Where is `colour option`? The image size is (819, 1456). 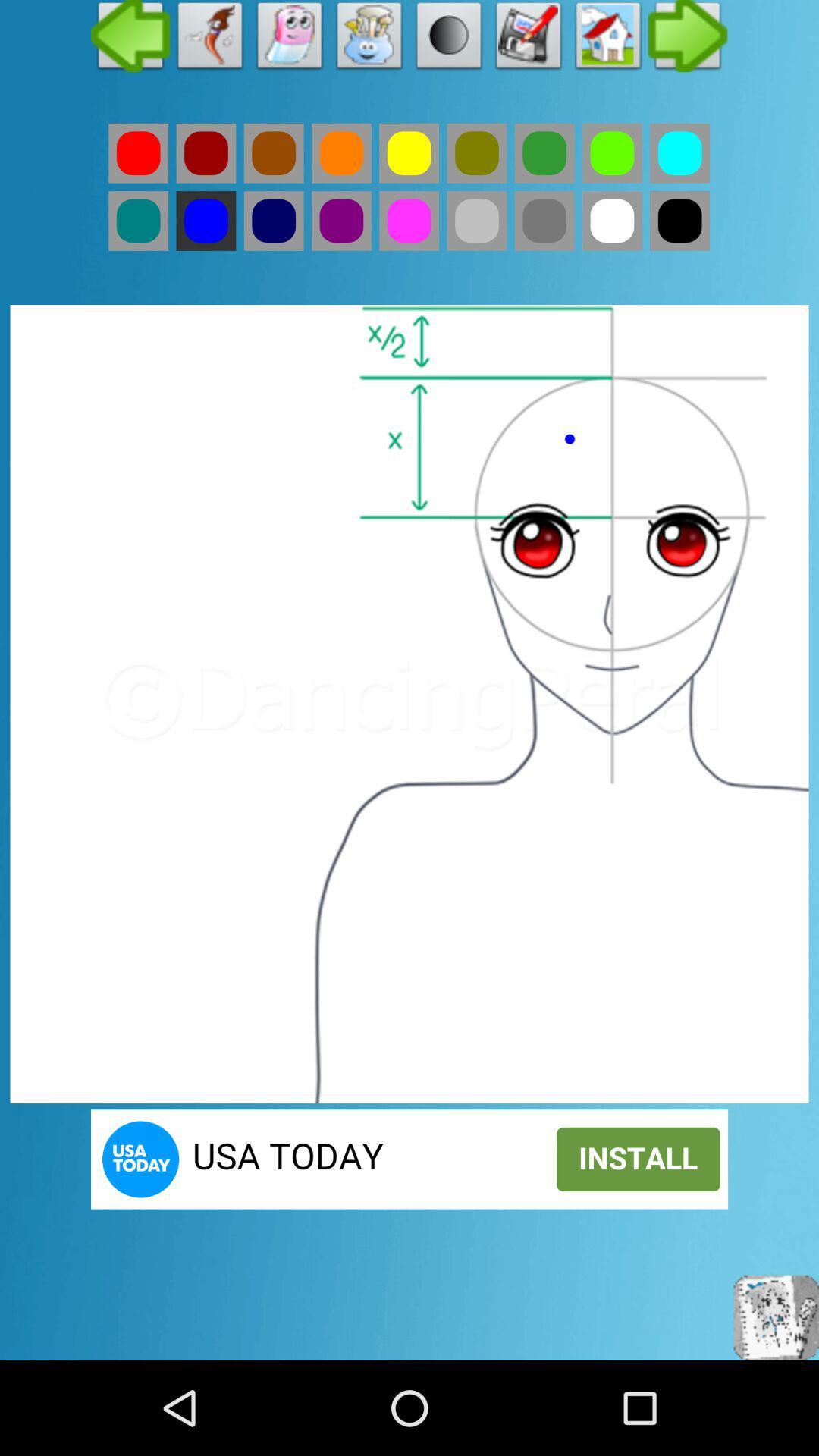 colour option is located at coordinates (408, 153).